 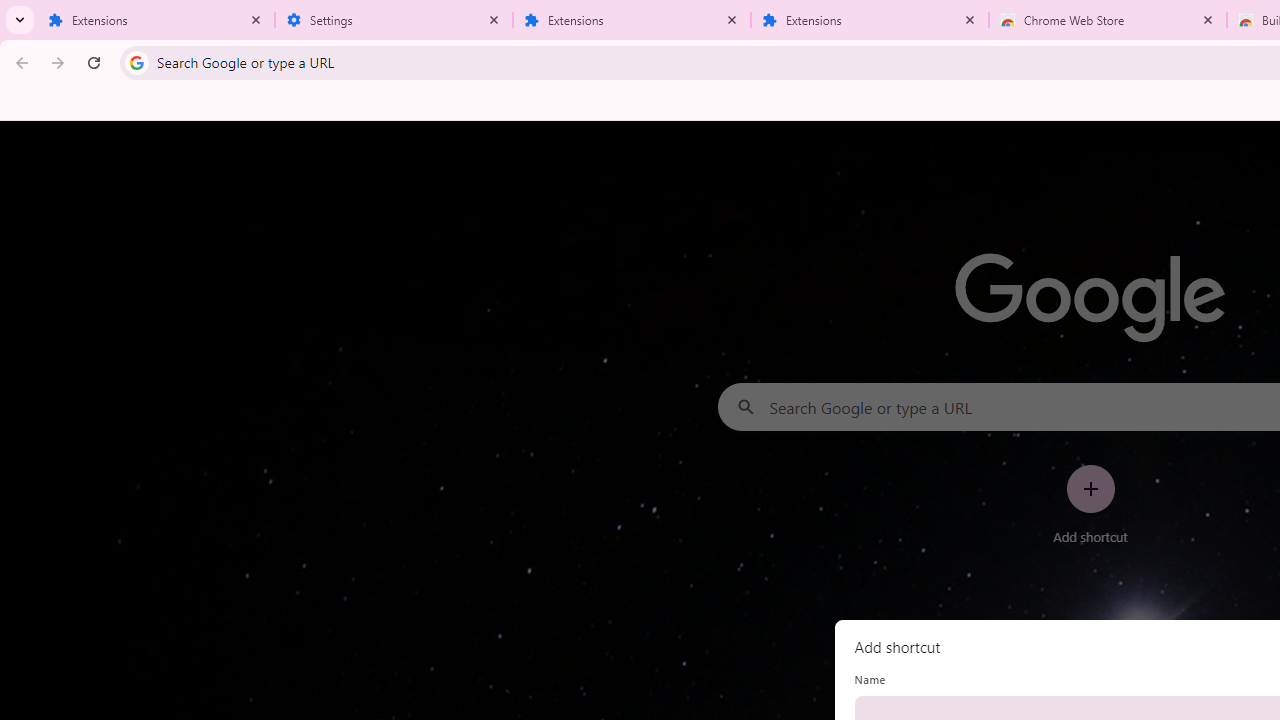 I want to click on 'Extensions', so click(x=155, y=20).